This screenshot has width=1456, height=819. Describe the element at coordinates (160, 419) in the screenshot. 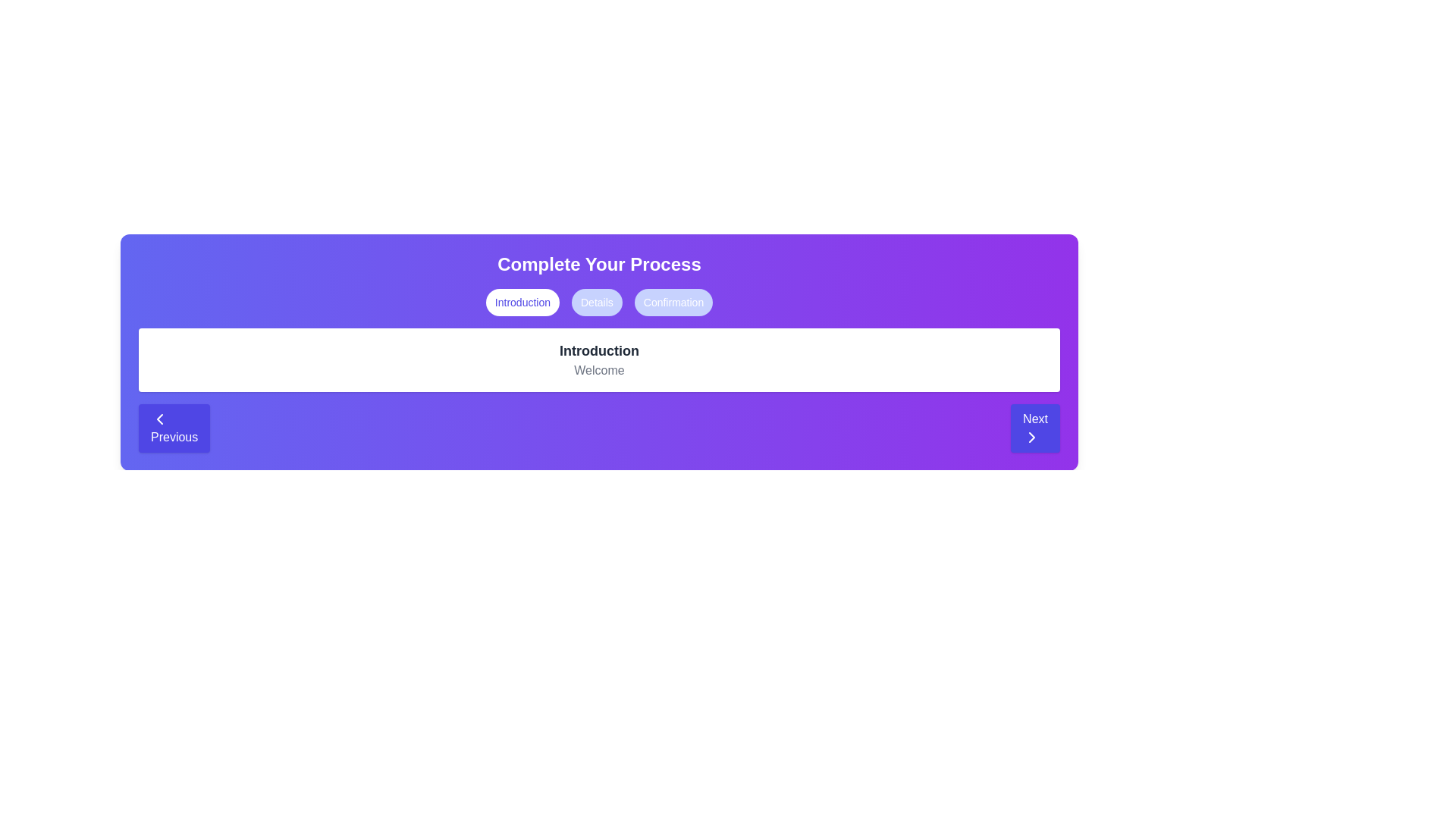

I see `the 'Previous' button, which contains the Chevron Icon indicating backward navigation, located at the bottom-left corner of the interface` at that location.